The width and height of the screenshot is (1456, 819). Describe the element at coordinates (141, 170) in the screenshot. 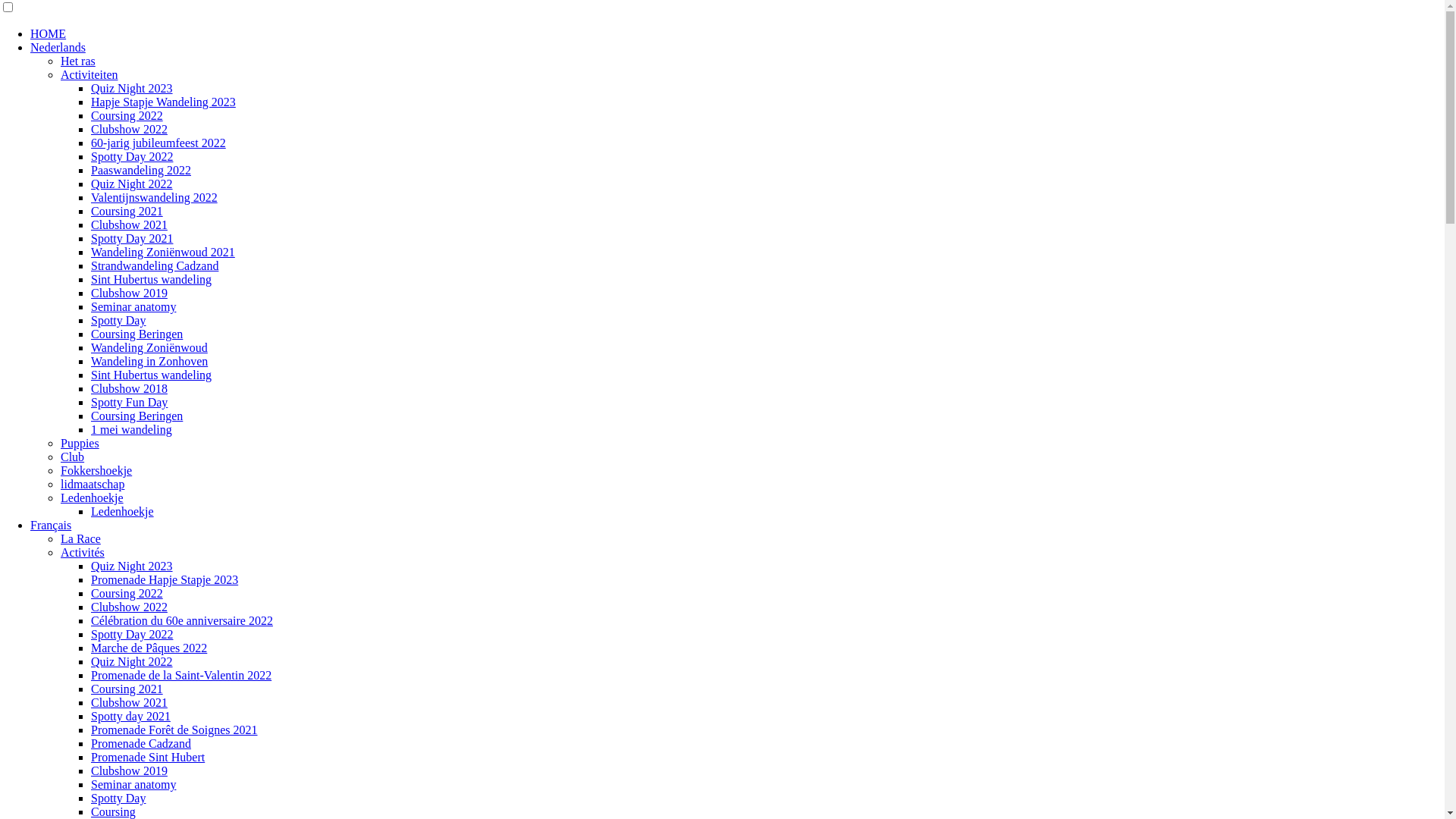

I see `'Paaswandeling 2022'` at that location.